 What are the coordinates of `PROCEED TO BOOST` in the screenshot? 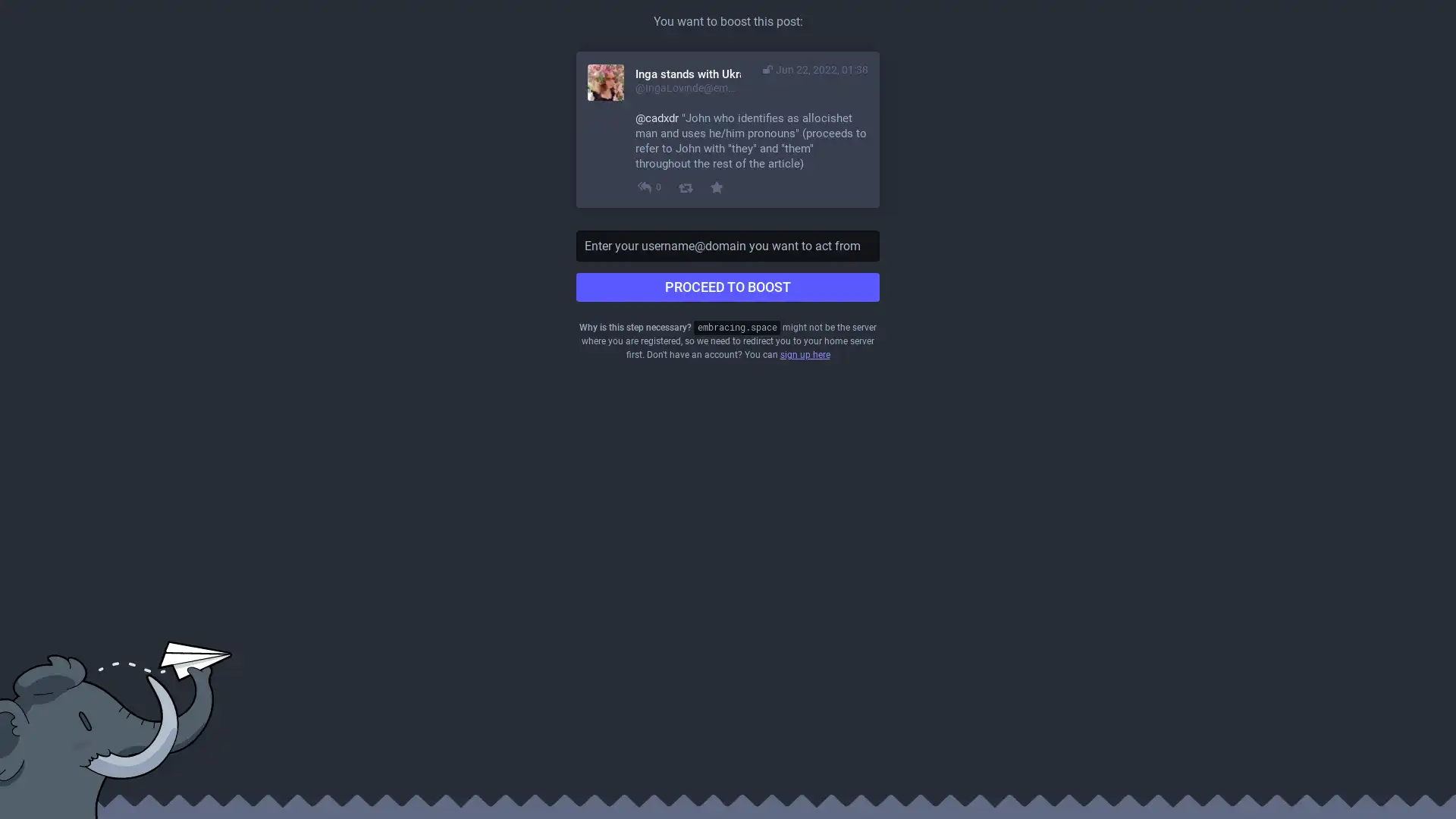 It's located at (728, 287).